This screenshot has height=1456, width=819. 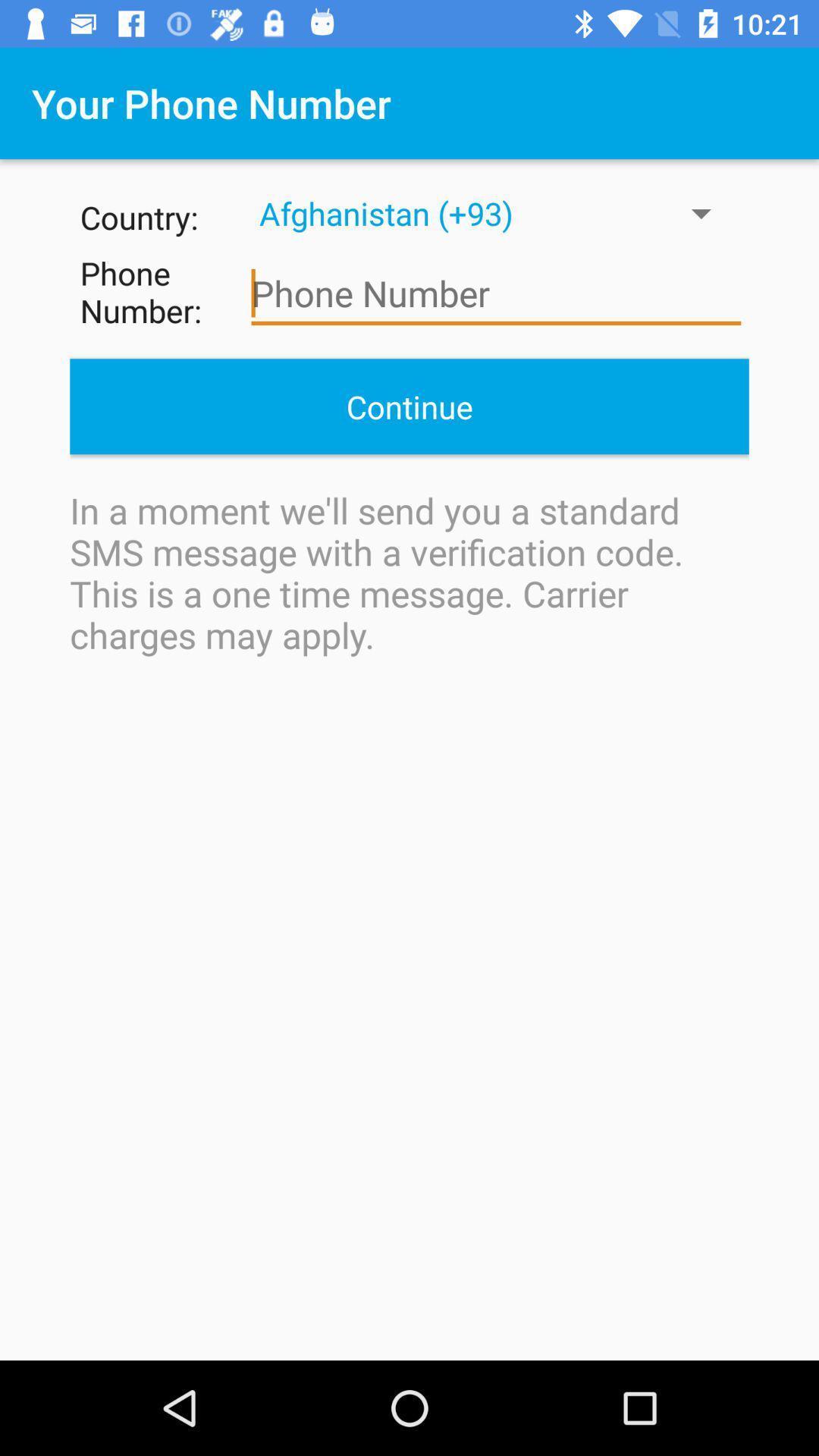 I want to click on your phone number here, so click(x=496, y=293).